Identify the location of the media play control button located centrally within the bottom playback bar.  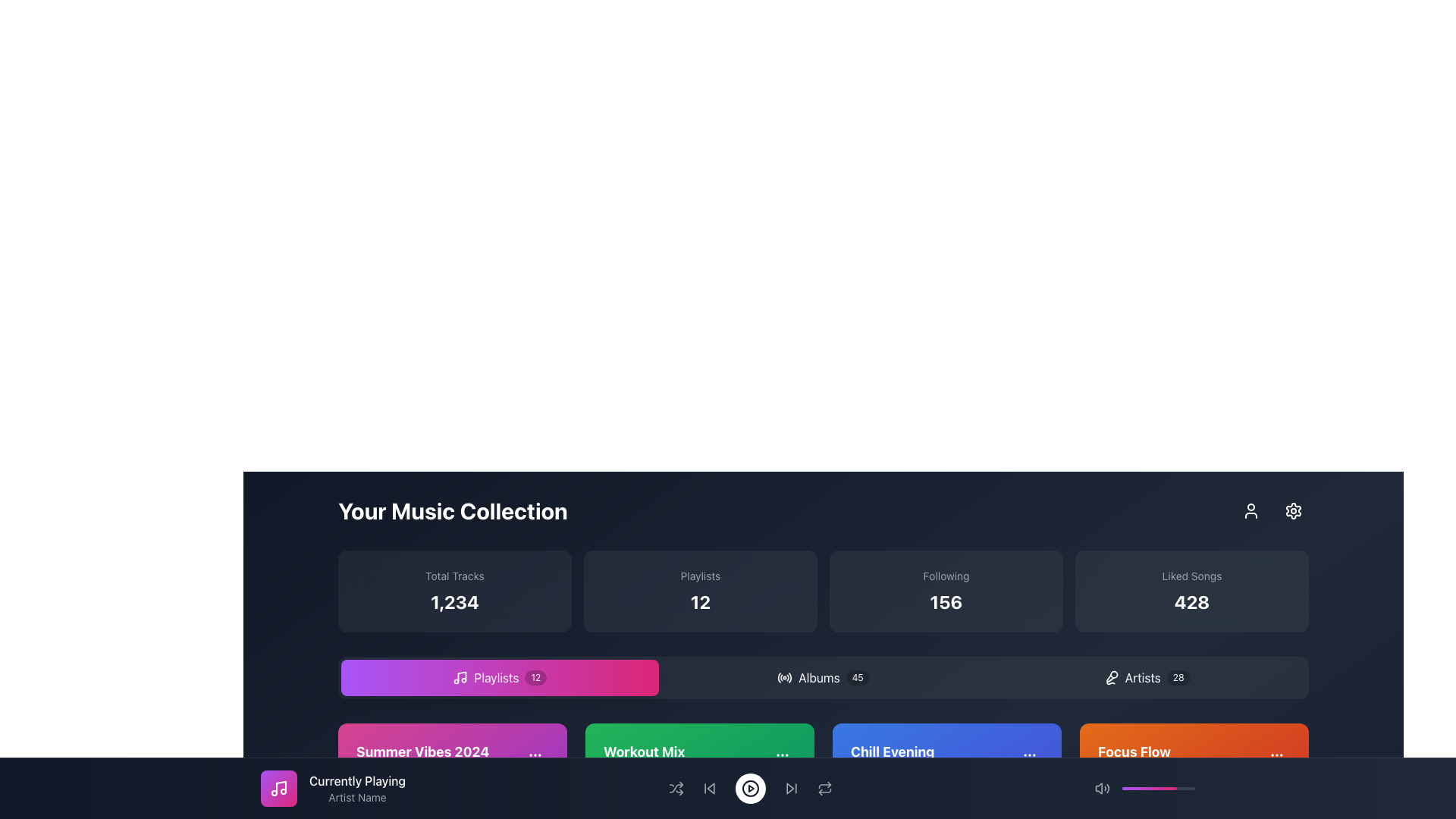
(750, 788).